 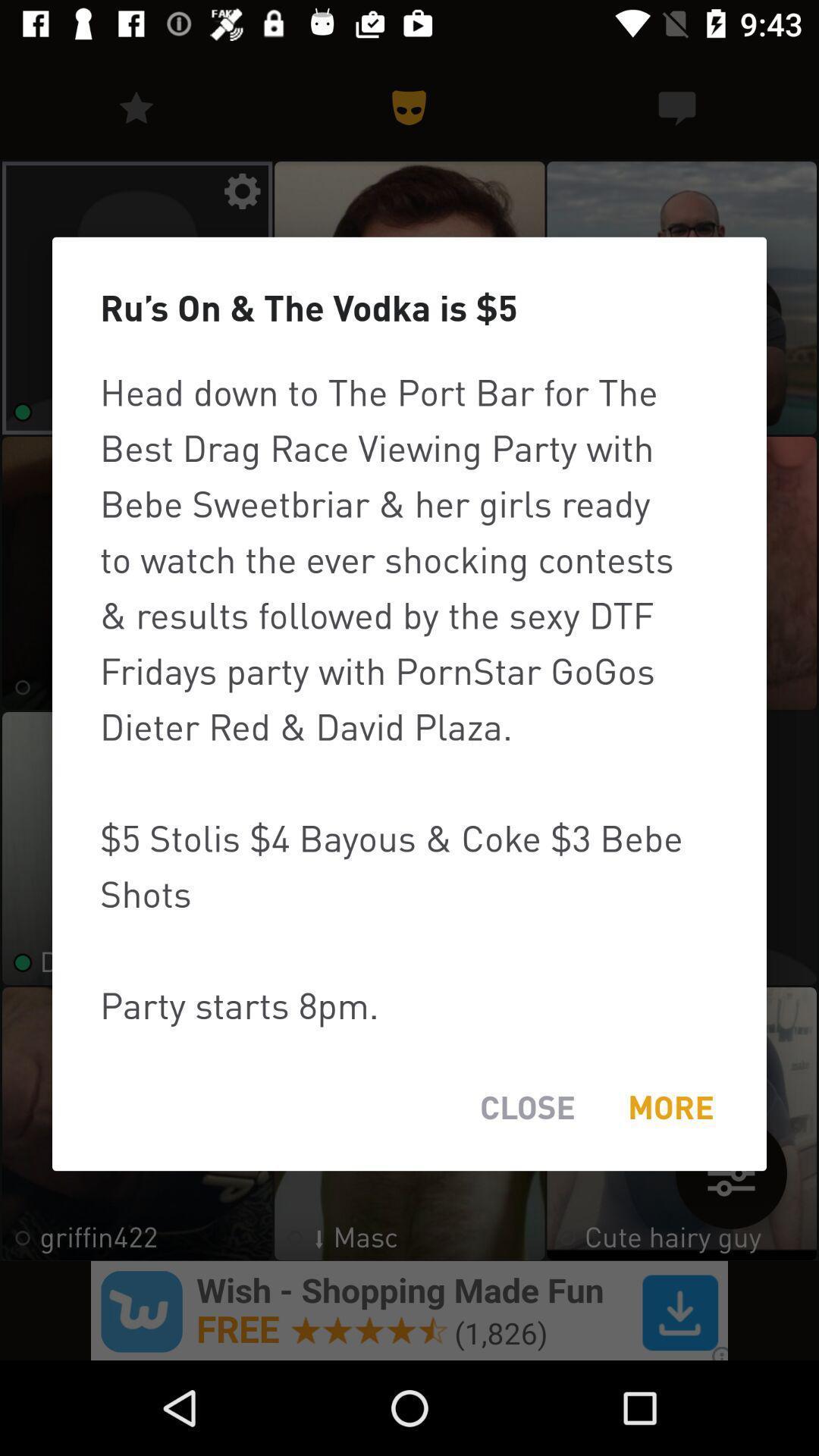 What do you see at coordinates (526, 1107) in the screenshot?
I see `the item below head down to item` at bounding box center [526, 1107].